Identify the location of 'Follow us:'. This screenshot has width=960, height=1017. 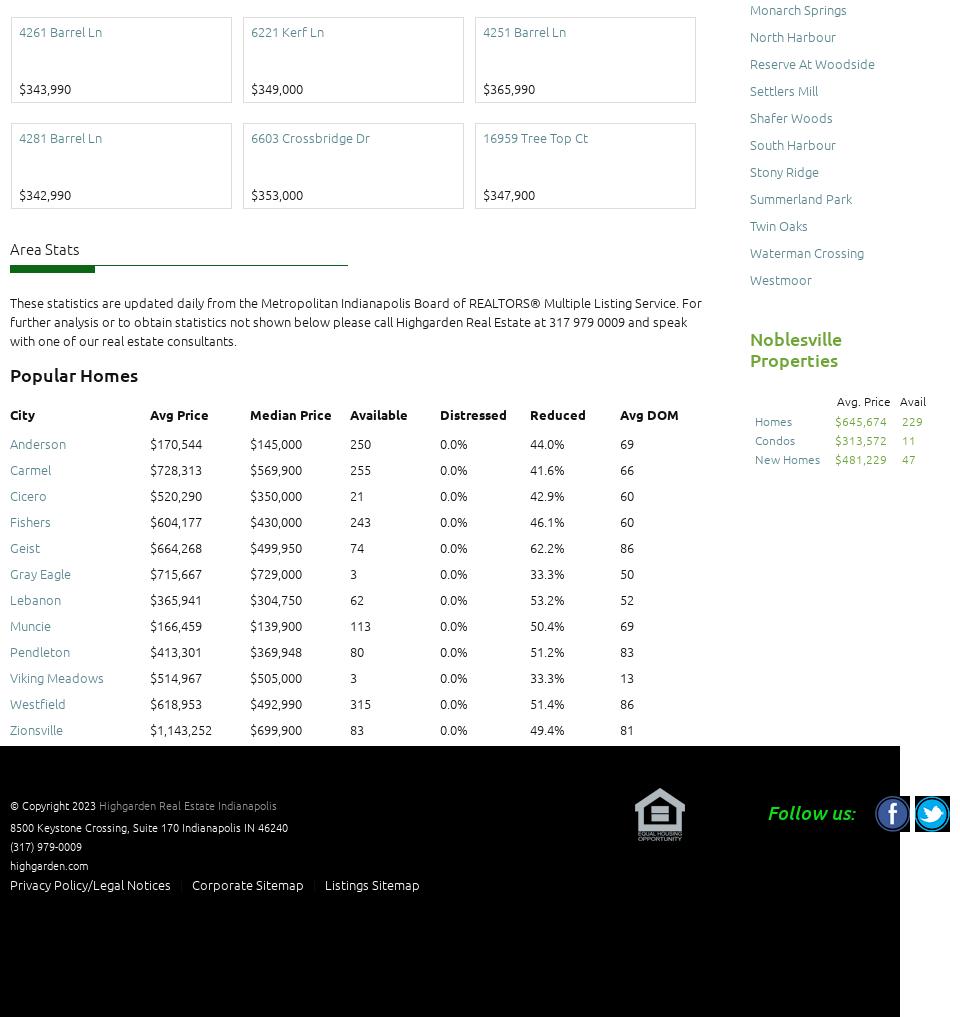
(811, 811).